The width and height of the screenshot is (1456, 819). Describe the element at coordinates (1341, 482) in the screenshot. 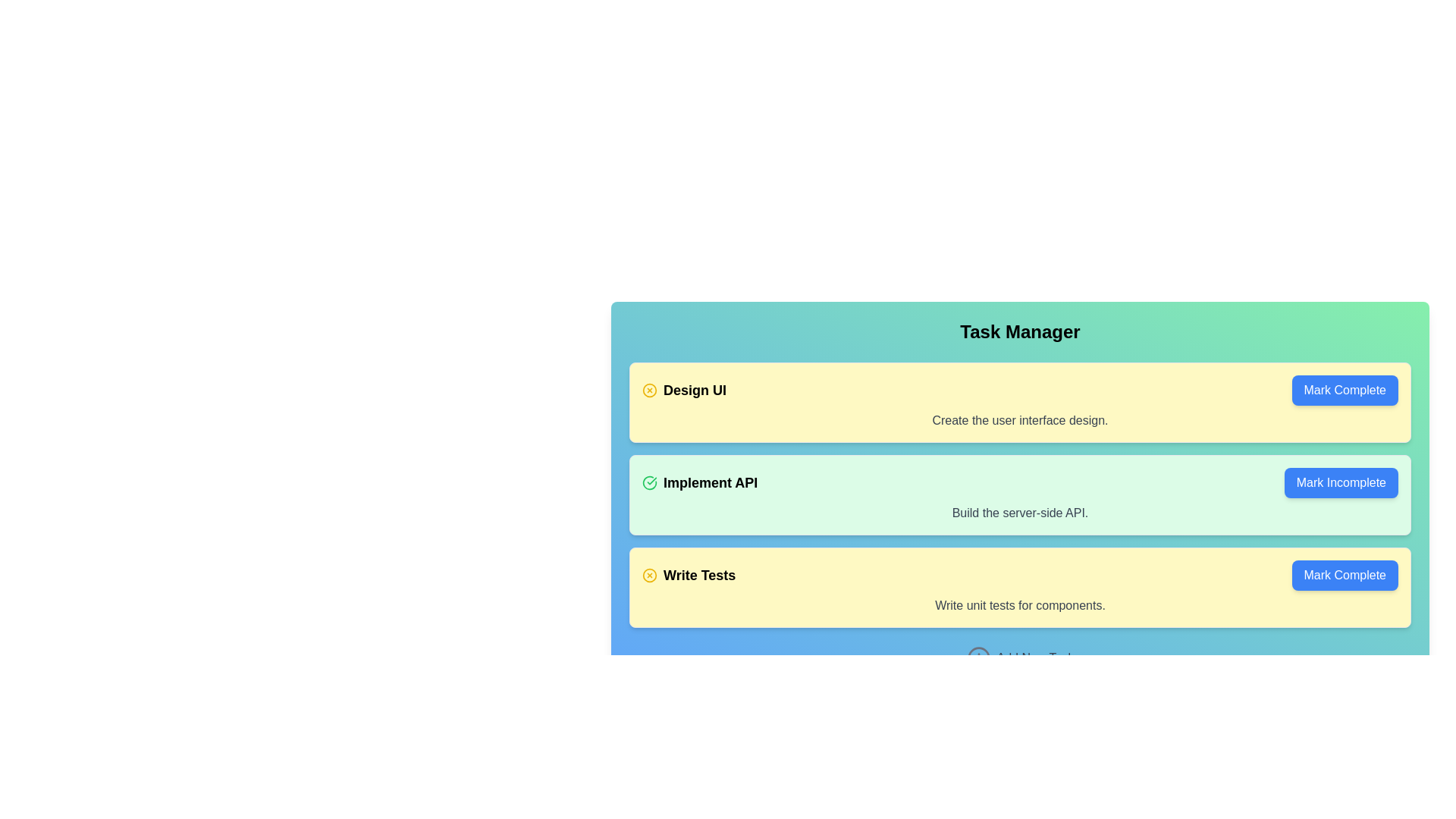

I see `the 'Mark Incomplete' button, which is a rectangular button with white font on a blue background, located in the row for the task 'Implement API'` at that location.